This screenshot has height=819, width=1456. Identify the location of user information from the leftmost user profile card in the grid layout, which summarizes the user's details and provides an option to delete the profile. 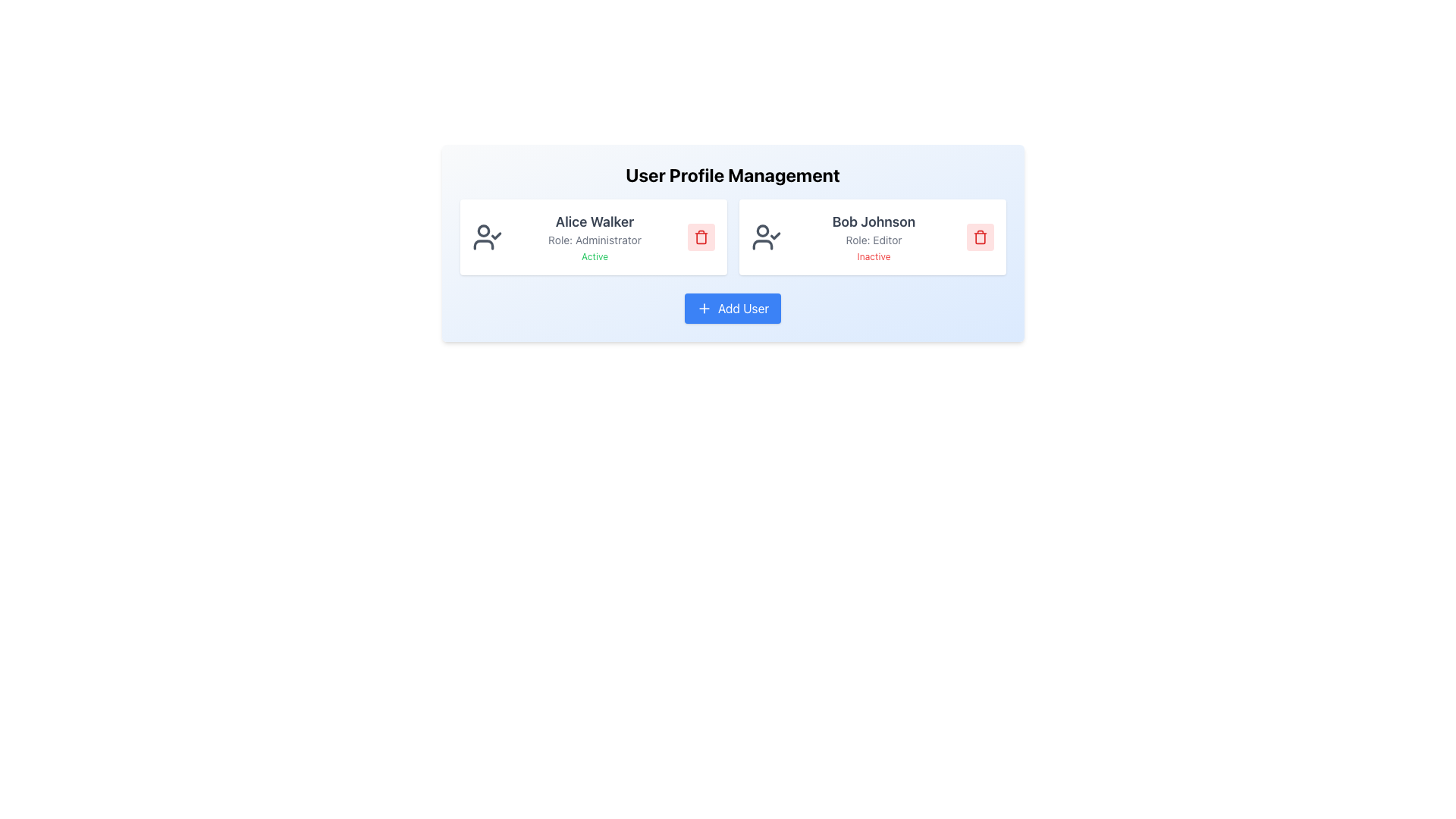
(592, 237).